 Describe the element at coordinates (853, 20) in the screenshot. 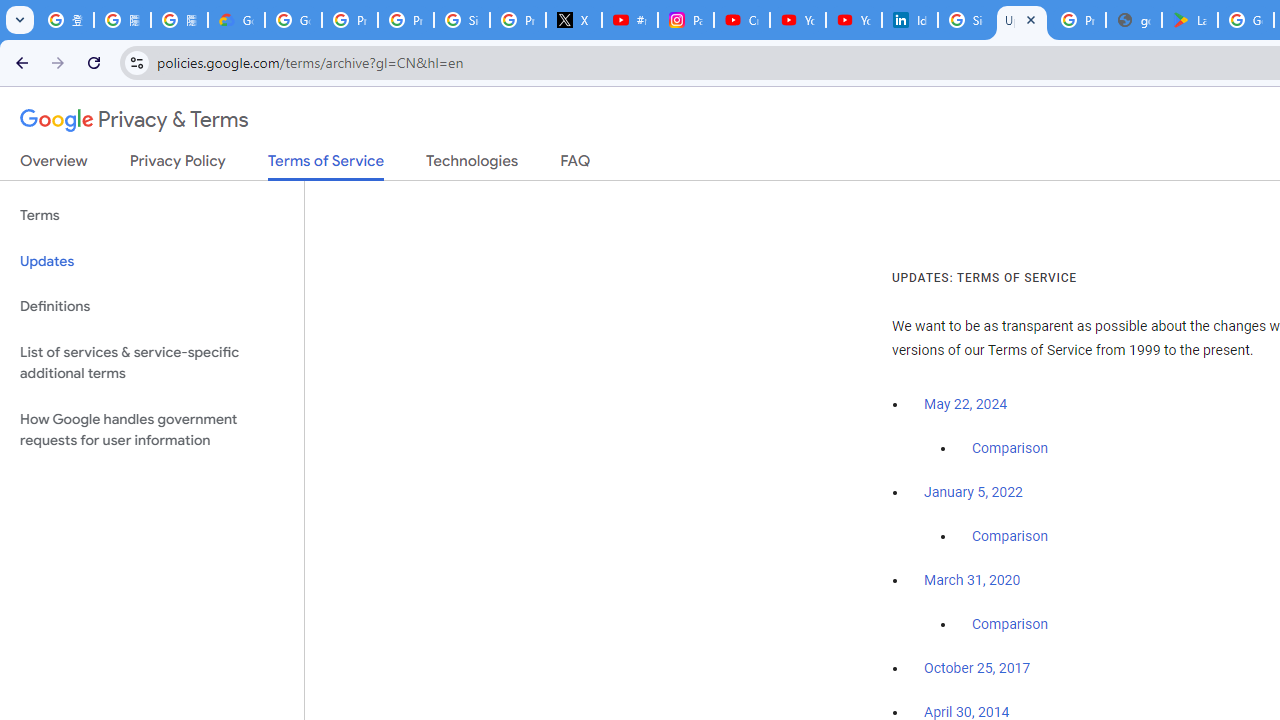

I see `'YouTube Culture & Trends - YouTube Top 10, 2021'` at that location.